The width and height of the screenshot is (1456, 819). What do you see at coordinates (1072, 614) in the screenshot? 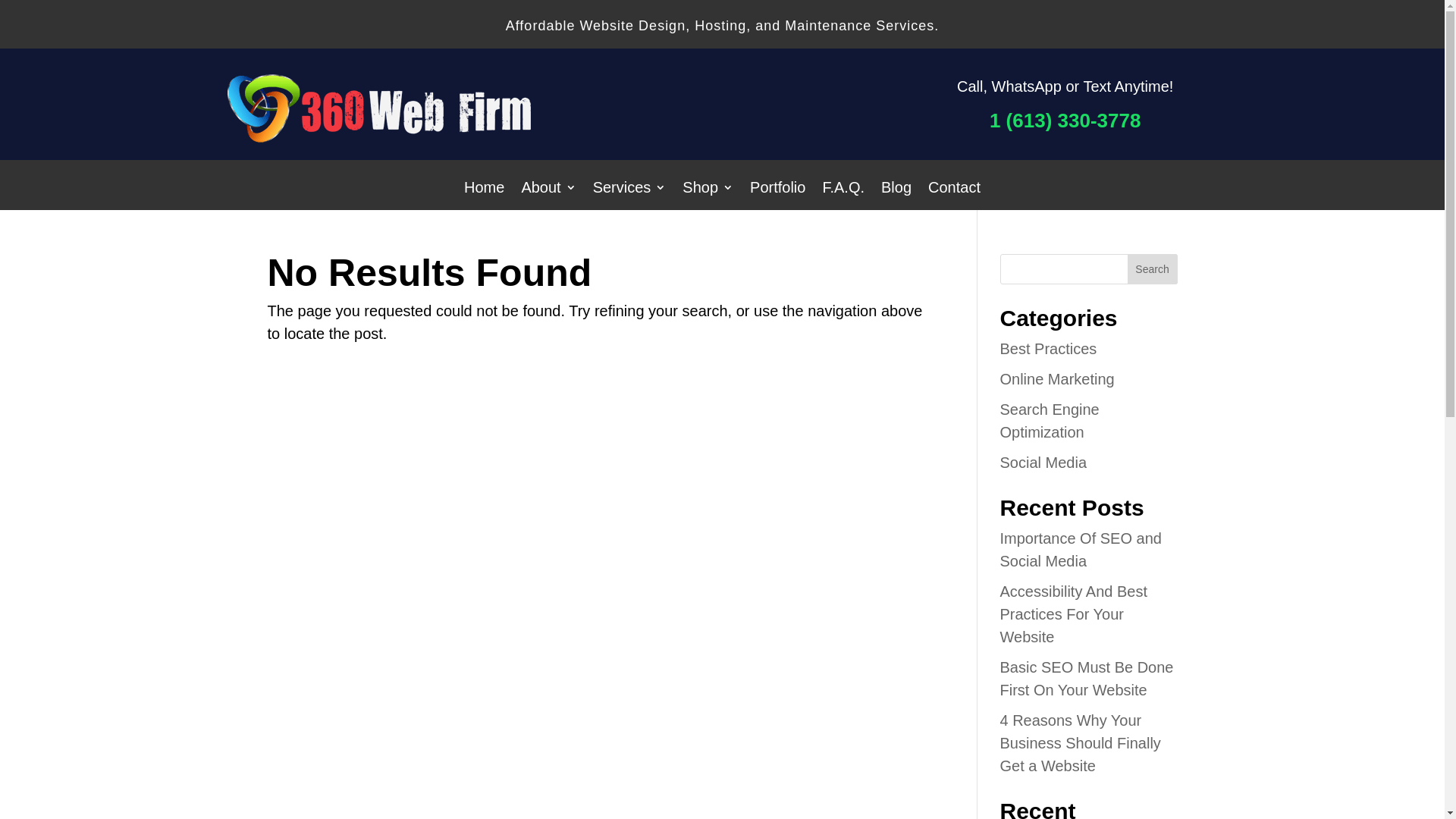
I see `'Accessibility And Best Practices For Your Website'` at bounding box center [1072, 614].